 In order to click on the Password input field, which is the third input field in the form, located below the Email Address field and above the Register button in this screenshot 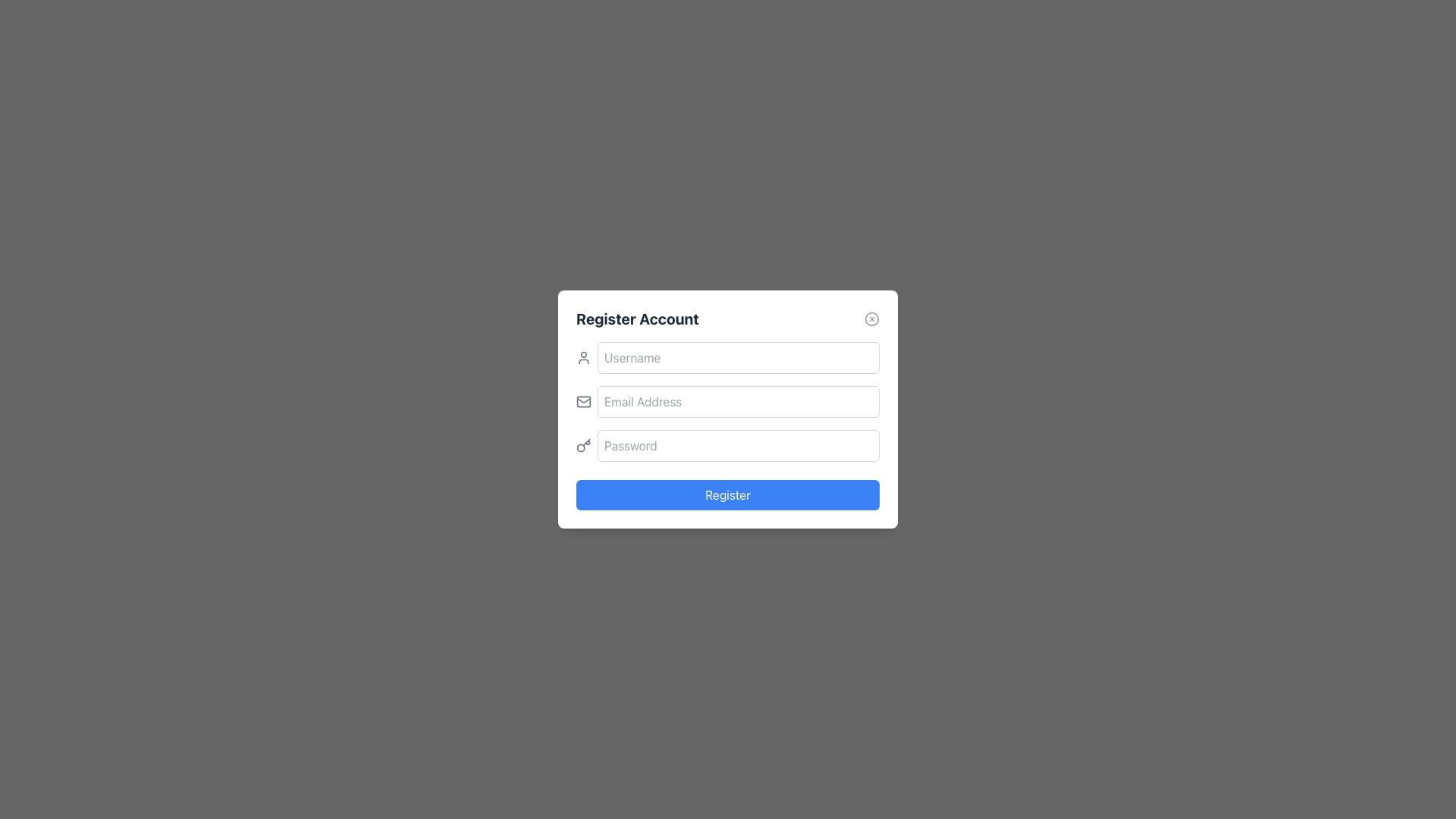, I will do `click(728, 444)`.